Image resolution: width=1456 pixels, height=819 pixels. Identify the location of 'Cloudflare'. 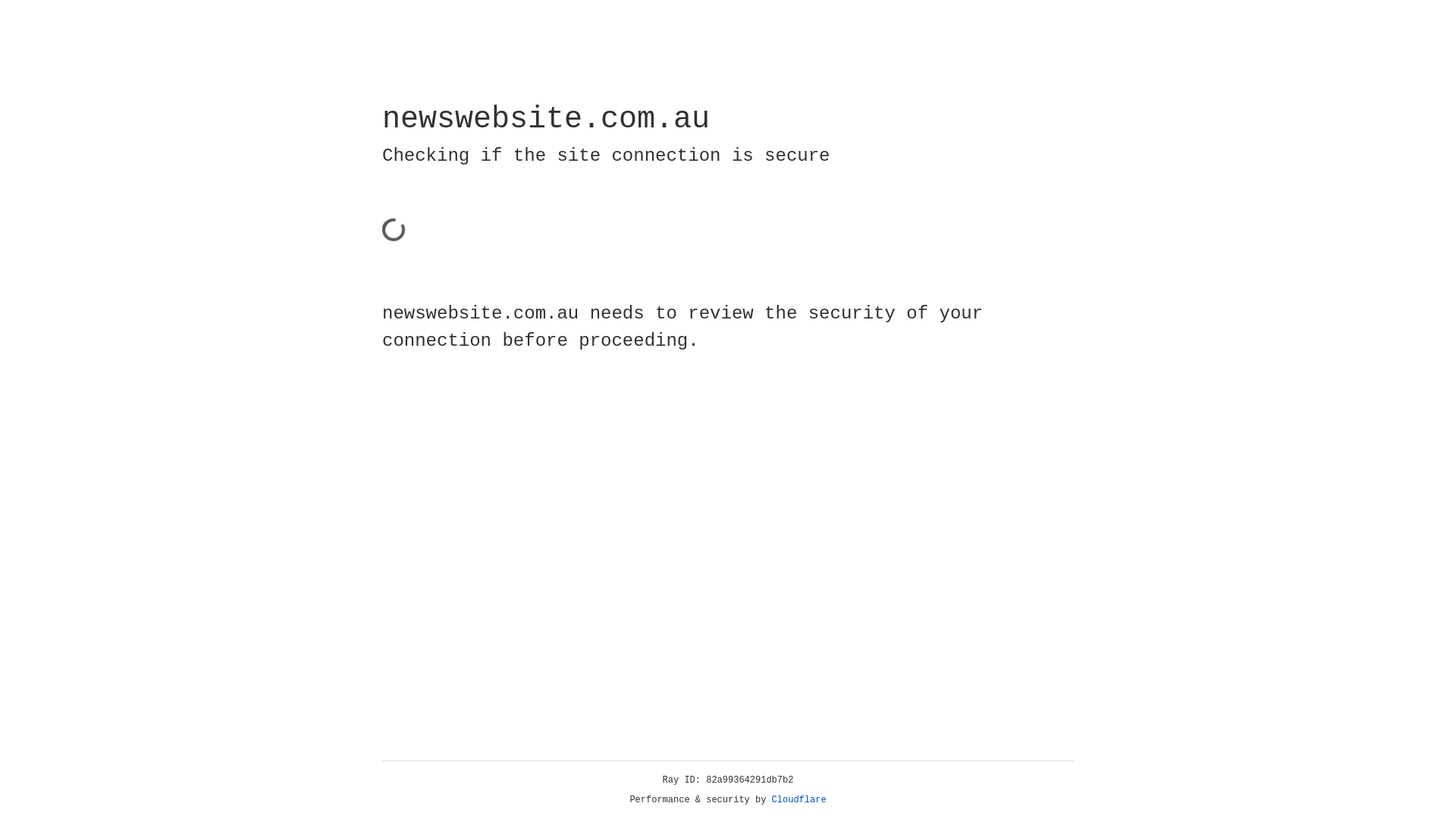
(799, 799).